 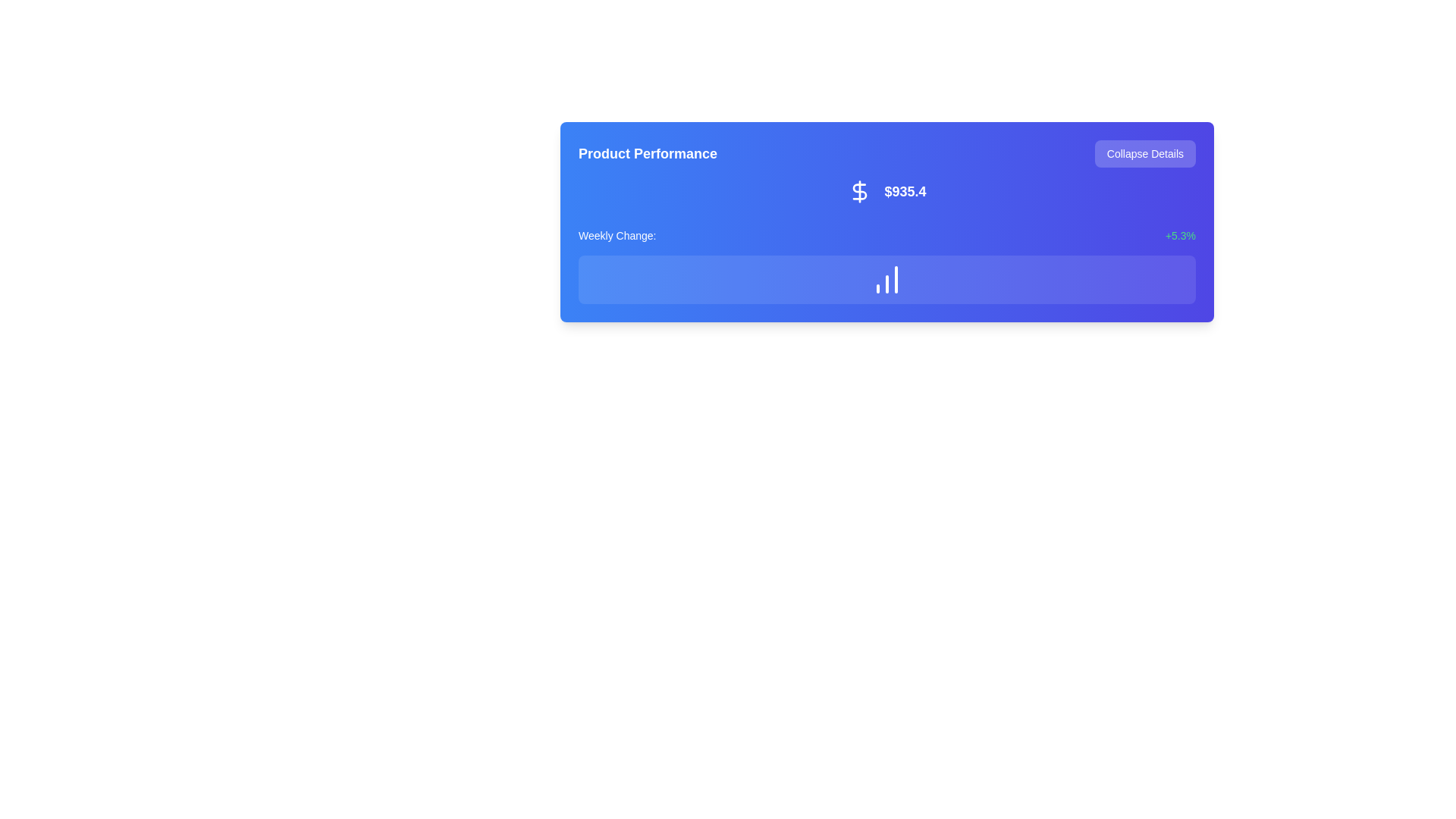 I want to click on the informational label displaying the monetary value, which is located to the right of the 'Product Performance' heading and above the 'Weekly Change' label, so click(x=887, y=191).